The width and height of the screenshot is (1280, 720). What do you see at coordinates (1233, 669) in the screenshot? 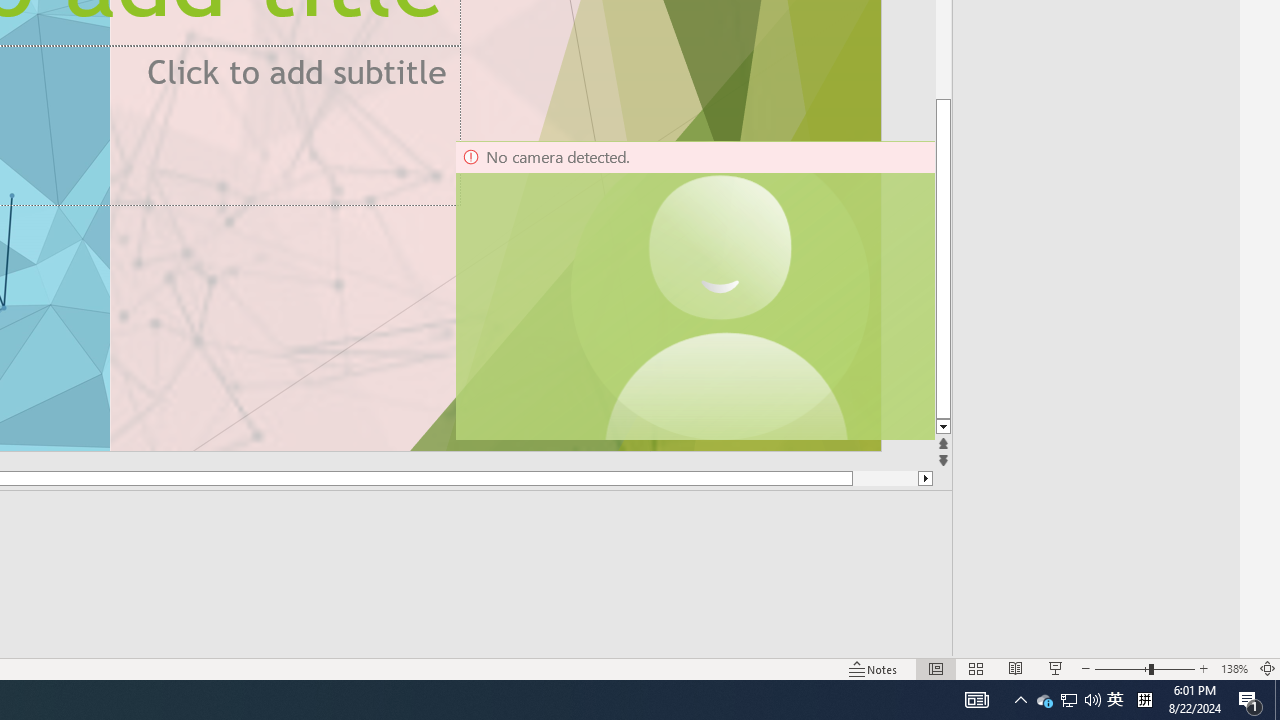
I see `'Zoom 138%'` at bounding box center [1233, 669].